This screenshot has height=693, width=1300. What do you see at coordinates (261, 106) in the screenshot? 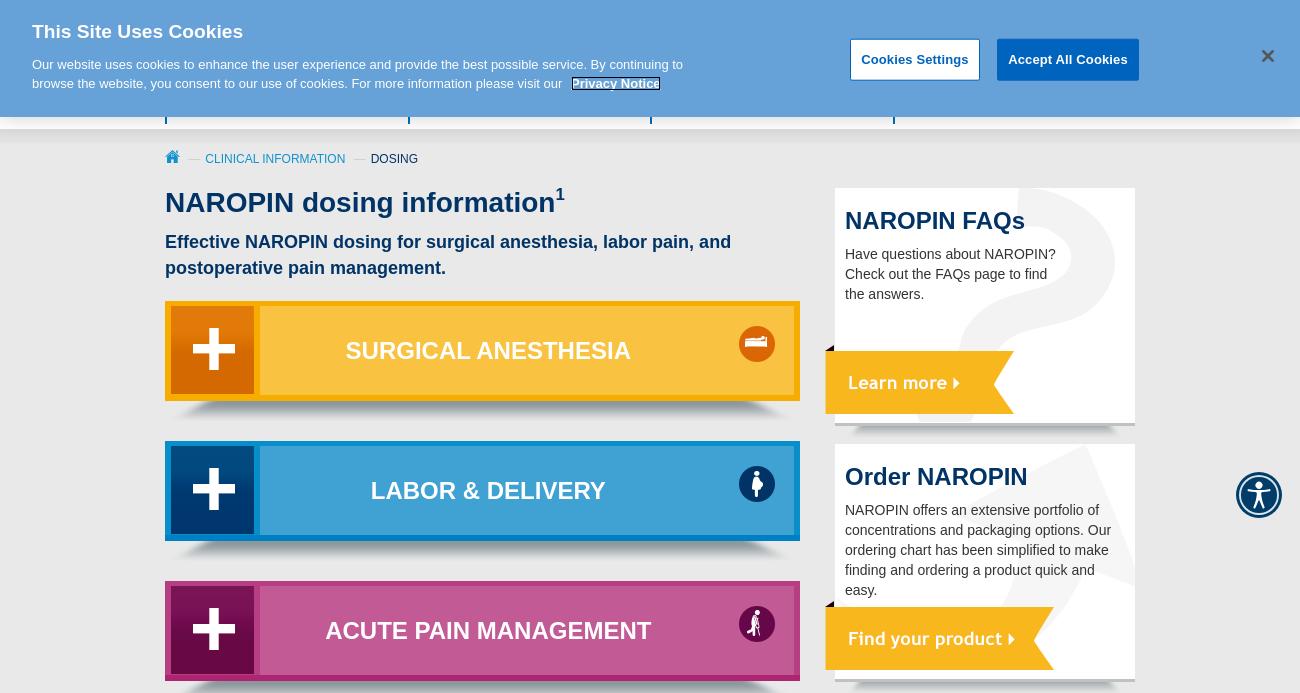
I see `'Value of NAROPIN'` at bounding box center [261, 106].